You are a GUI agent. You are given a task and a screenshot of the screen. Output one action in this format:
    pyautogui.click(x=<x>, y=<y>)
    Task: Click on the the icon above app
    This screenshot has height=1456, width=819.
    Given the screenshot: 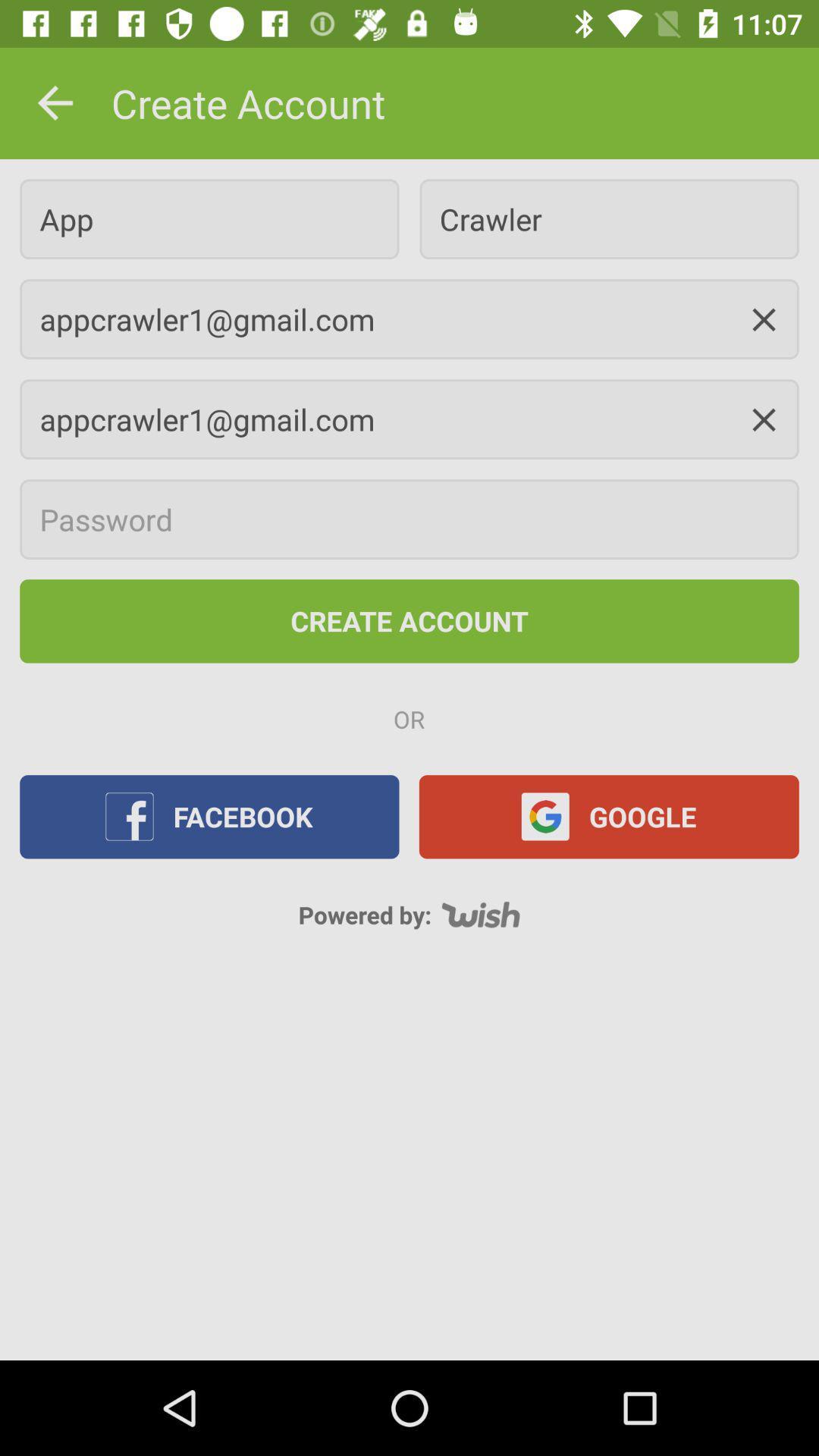 What is the action you would take?
    pyautogui.click(x=55, y=102)
    